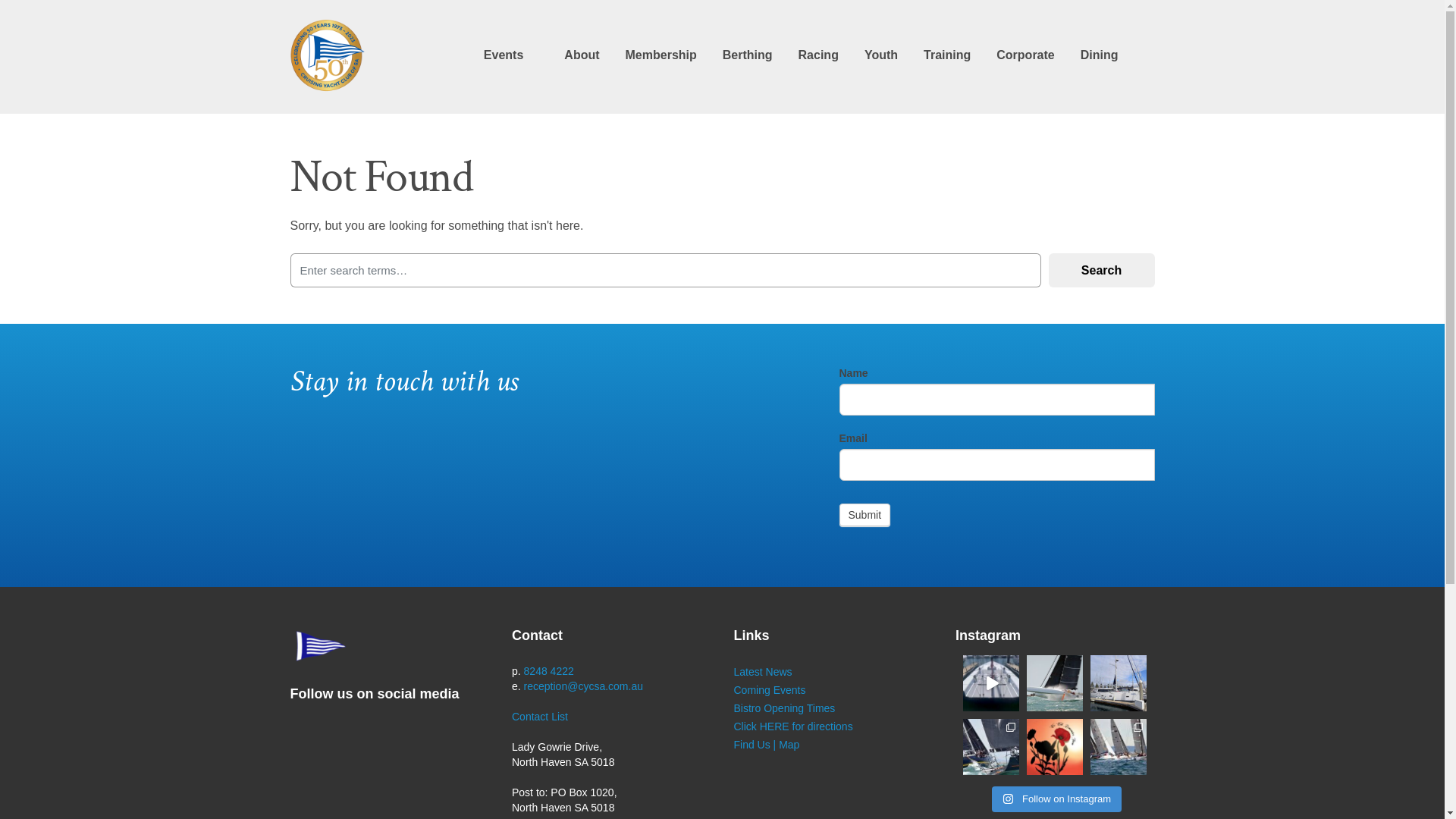  I want to click on 'Coming Events', so click(770, 690).